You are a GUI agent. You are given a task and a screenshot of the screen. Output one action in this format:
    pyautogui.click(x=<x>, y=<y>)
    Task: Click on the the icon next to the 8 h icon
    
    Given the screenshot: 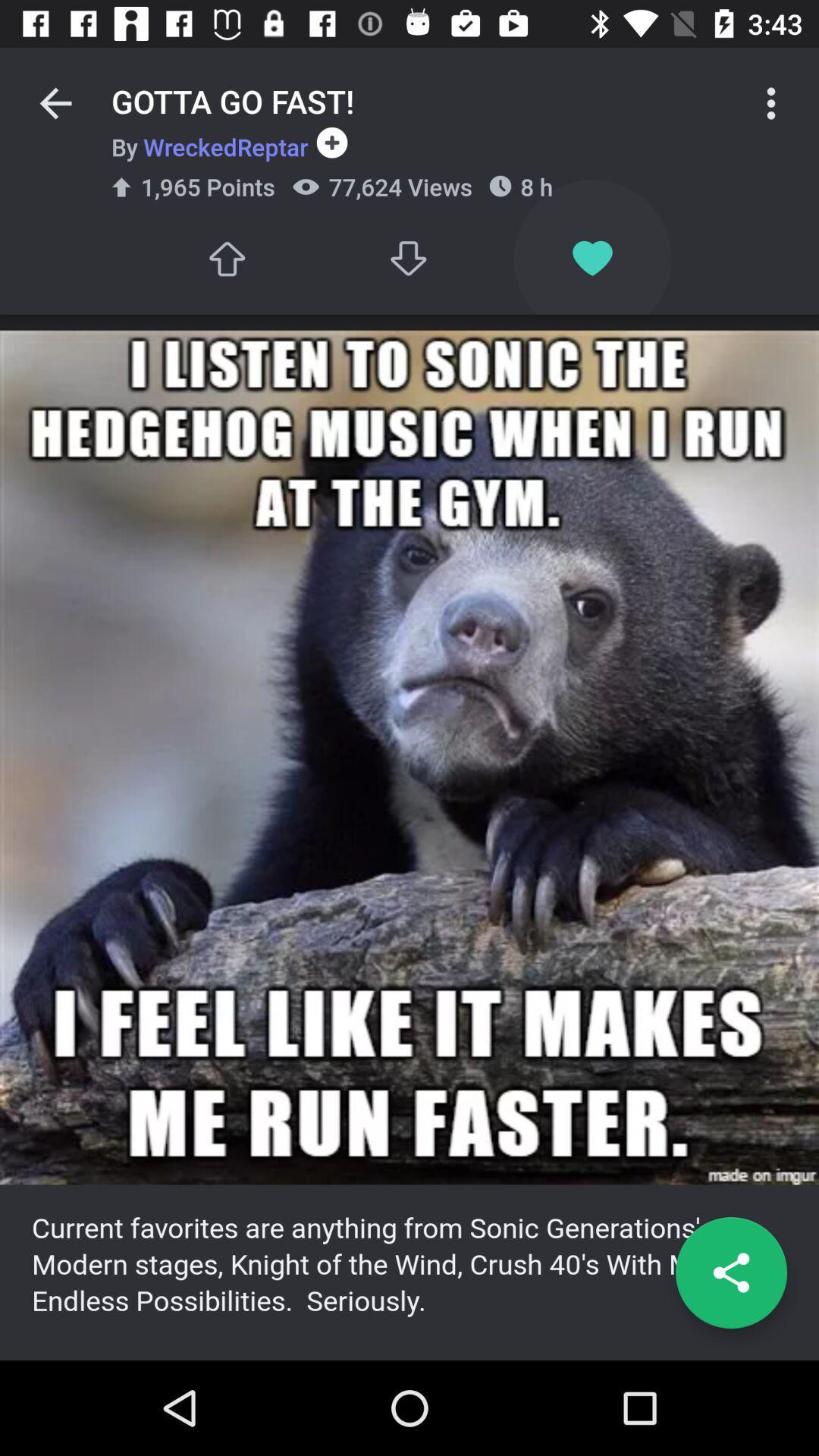 What is the action you would take?
    pyautogui.click(x=409, y=259)
    